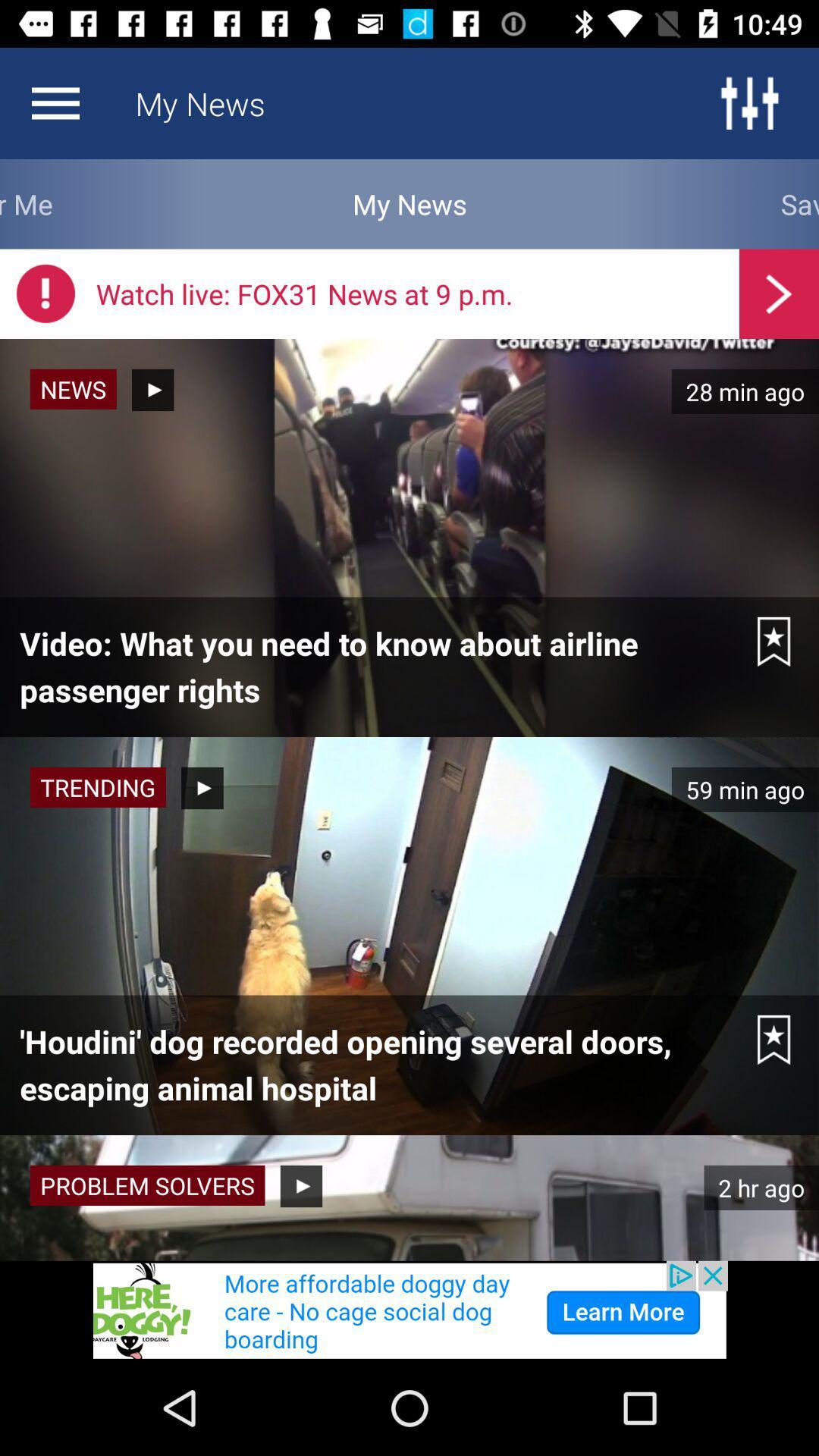  I want to click on open settings, so click(748, 102).